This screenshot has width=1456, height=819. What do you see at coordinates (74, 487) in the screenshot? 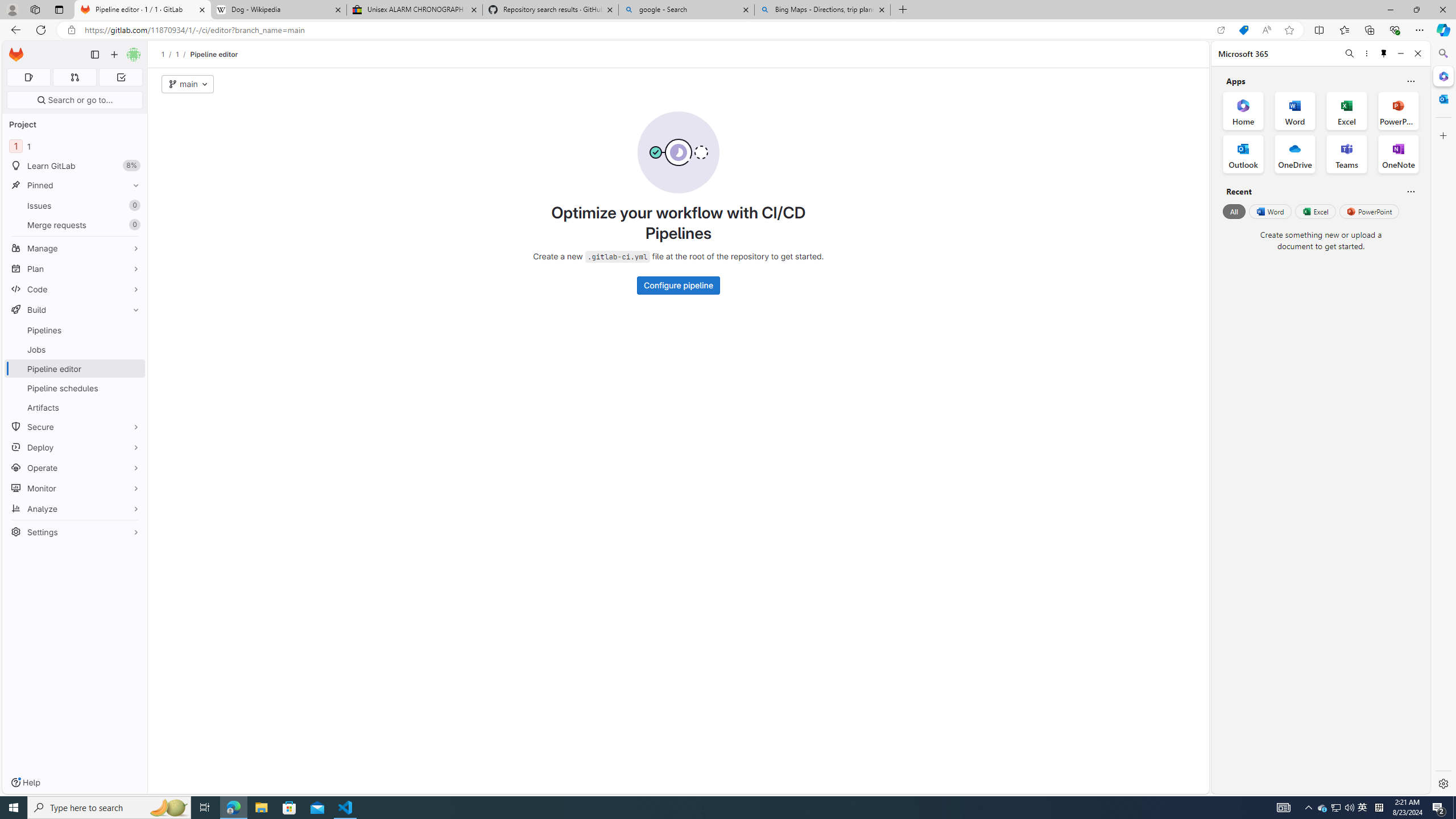
I see `'Monitor'` at bounding box center [74, 487].